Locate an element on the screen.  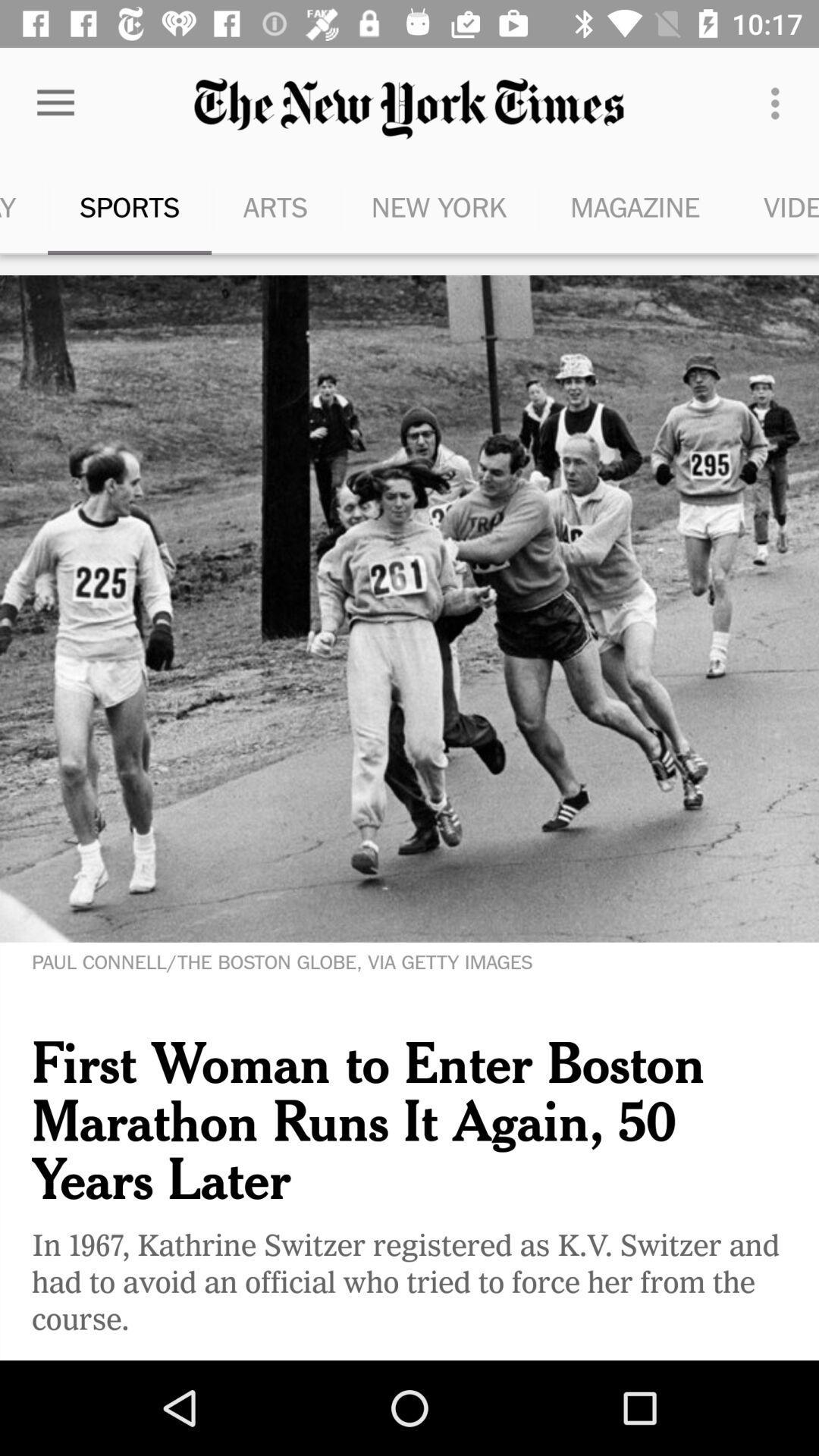
icon above business day is located at coordinates (55, 102).